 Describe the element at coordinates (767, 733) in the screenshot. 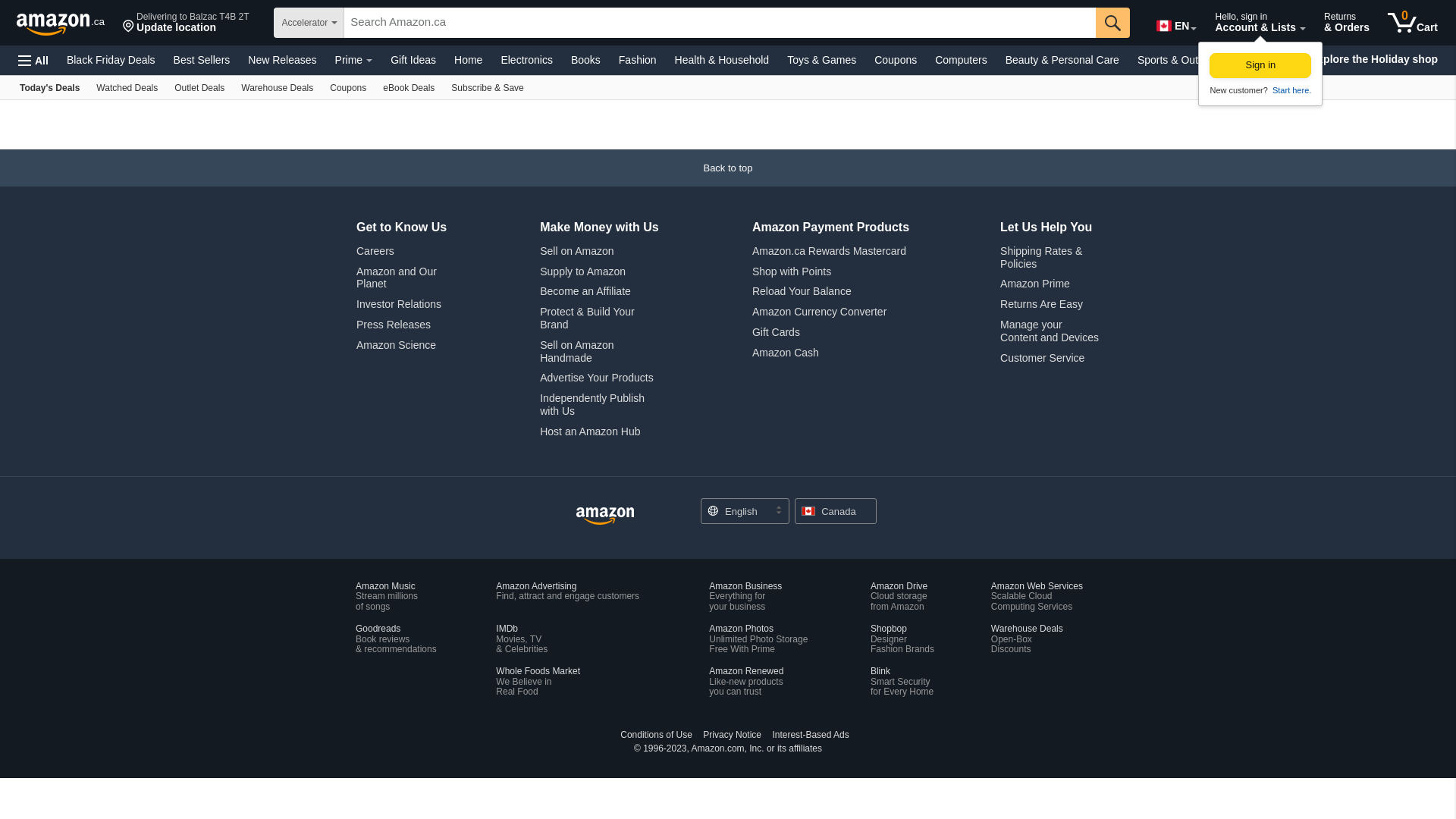

I see `'Interest-Based Ads'` at that location.